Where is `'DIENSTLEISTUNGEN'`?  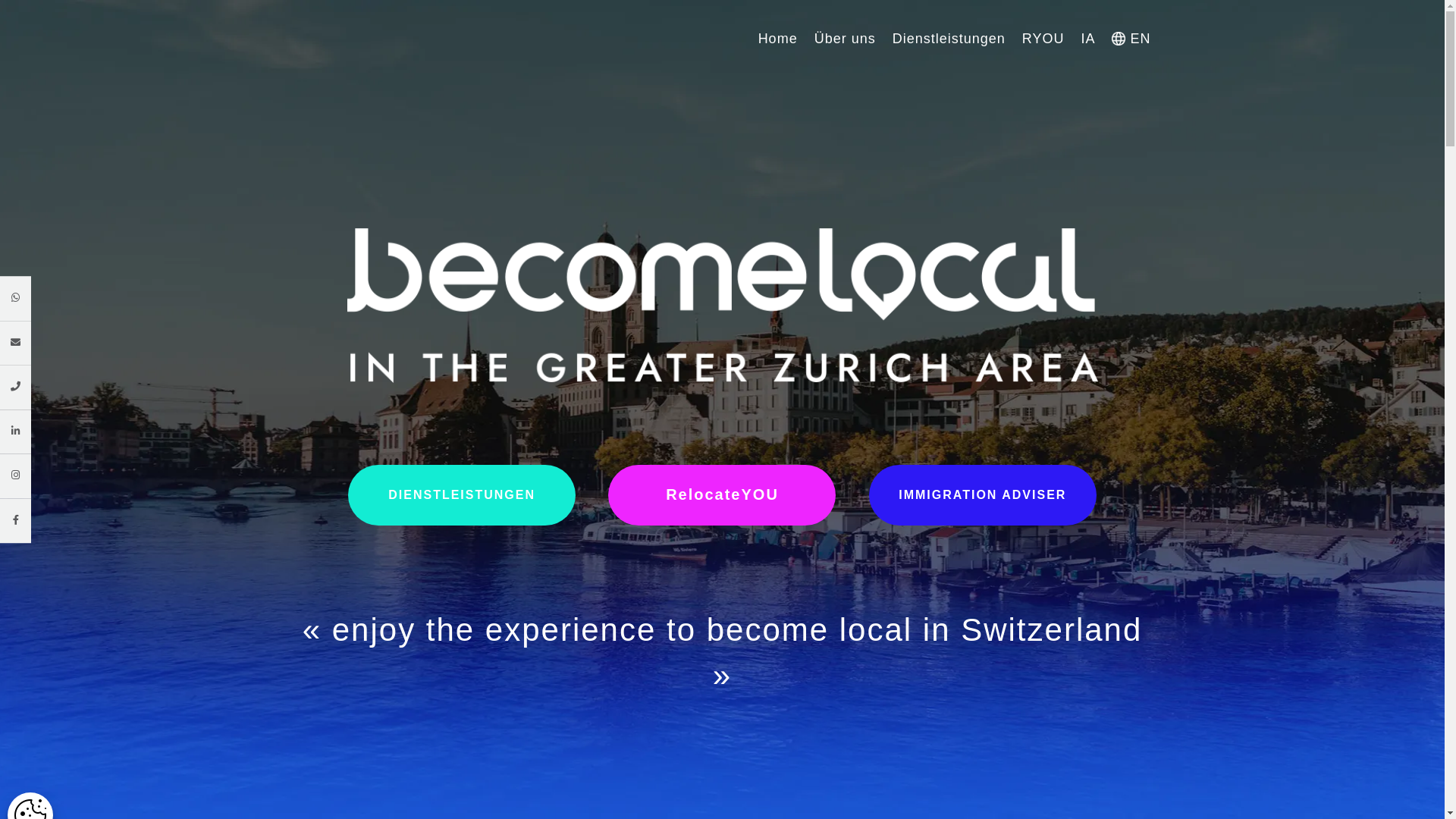 'DIENSTLEISTUNGEN' is located at coordinates (347, 494).